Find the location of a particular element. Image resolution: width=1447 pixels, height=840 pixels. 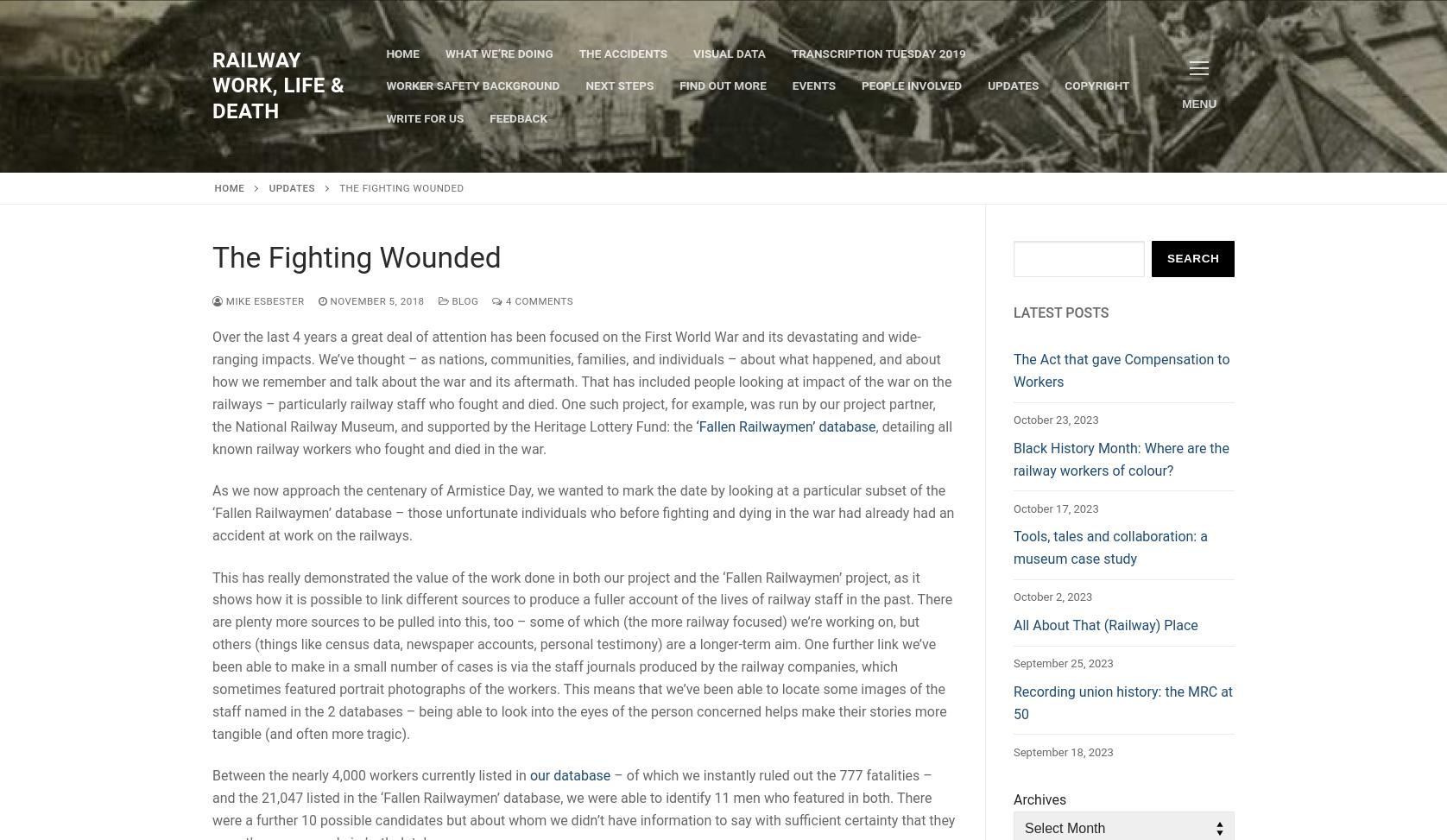

'The Accidents' is located at coordinates (622, 53).